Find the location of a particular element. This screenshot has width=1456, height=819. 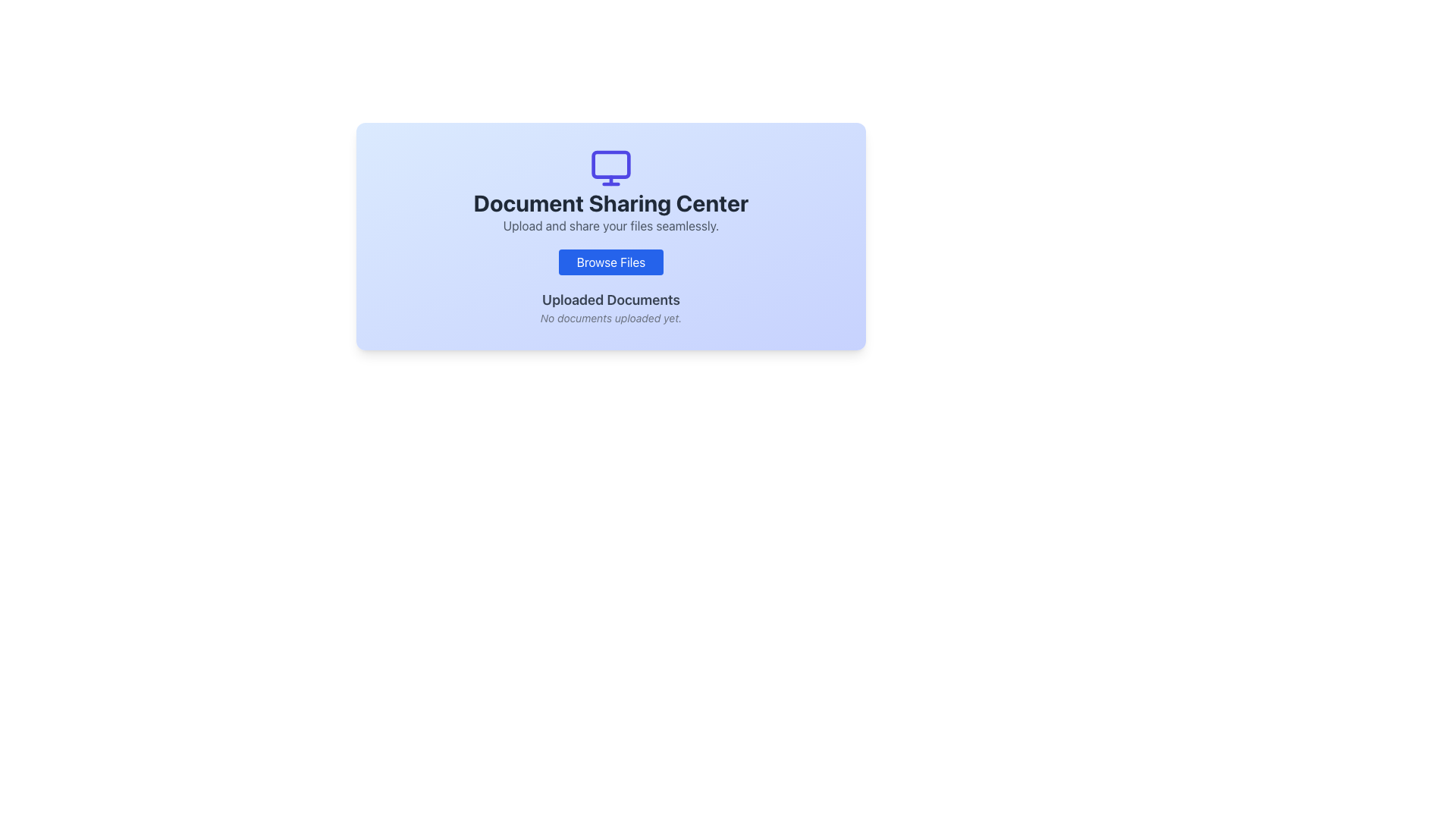

the text display element that contains the header 'Uploaded Documents' and the message 'No documents uploaded yet.' is located at coordinates (611, 307).